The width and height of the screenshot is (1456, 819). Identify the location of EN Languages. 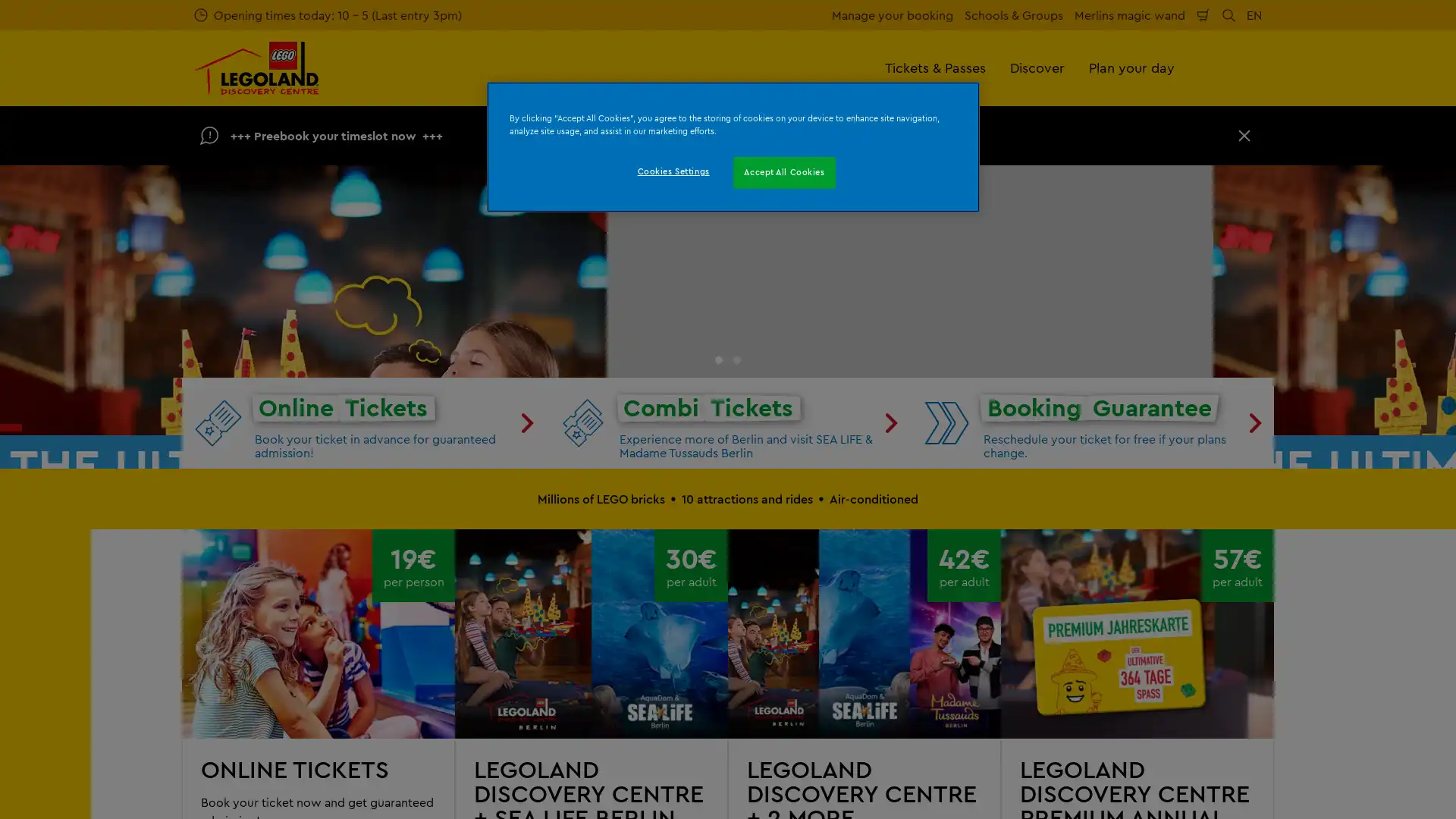
(1254, 14).